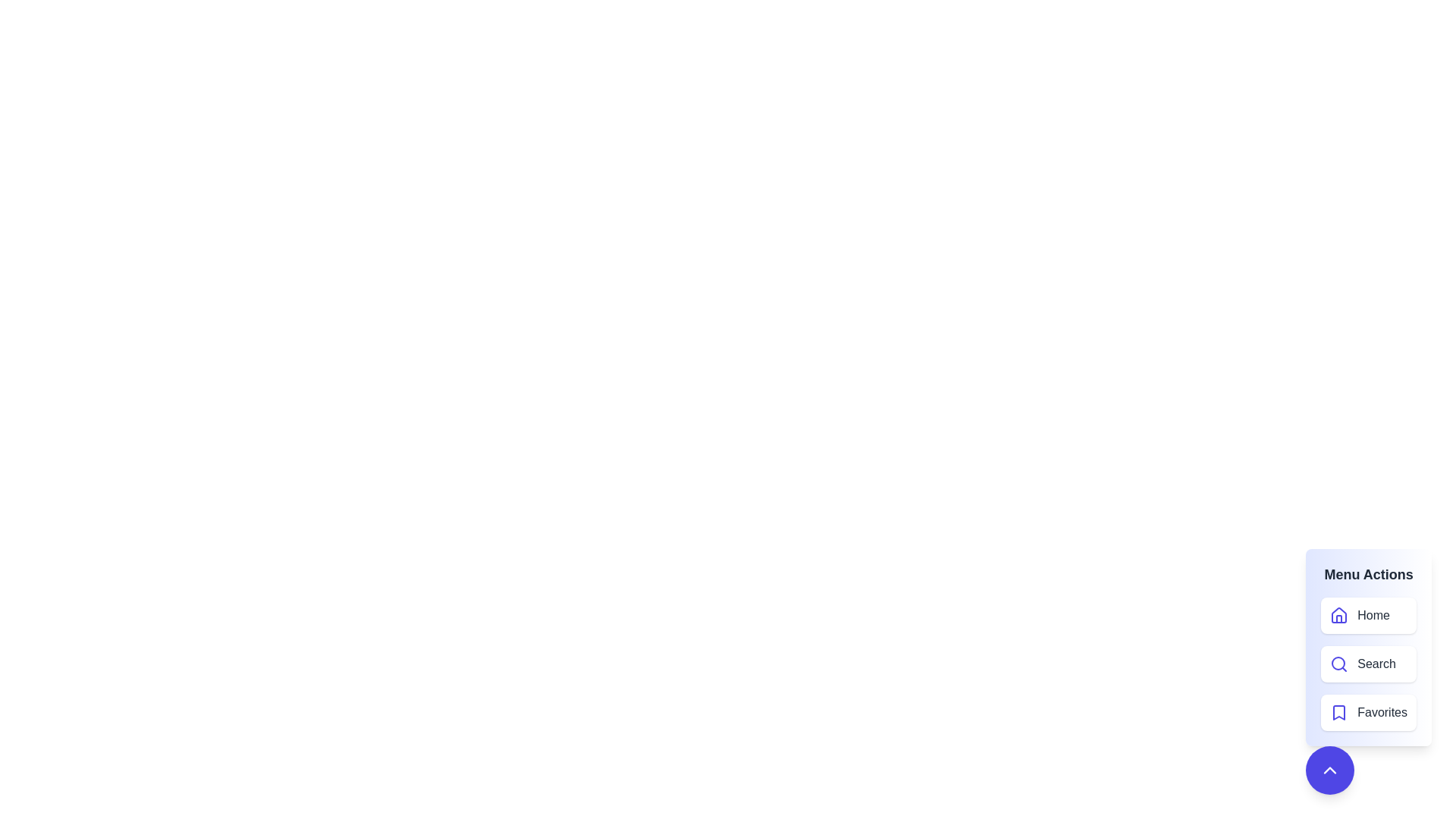  What do you see at coordinates (1369, 663) in the screenshot?
I see `the menu item labeled Search to navigate to the corresponding section` at bounding box center [1369, 663].